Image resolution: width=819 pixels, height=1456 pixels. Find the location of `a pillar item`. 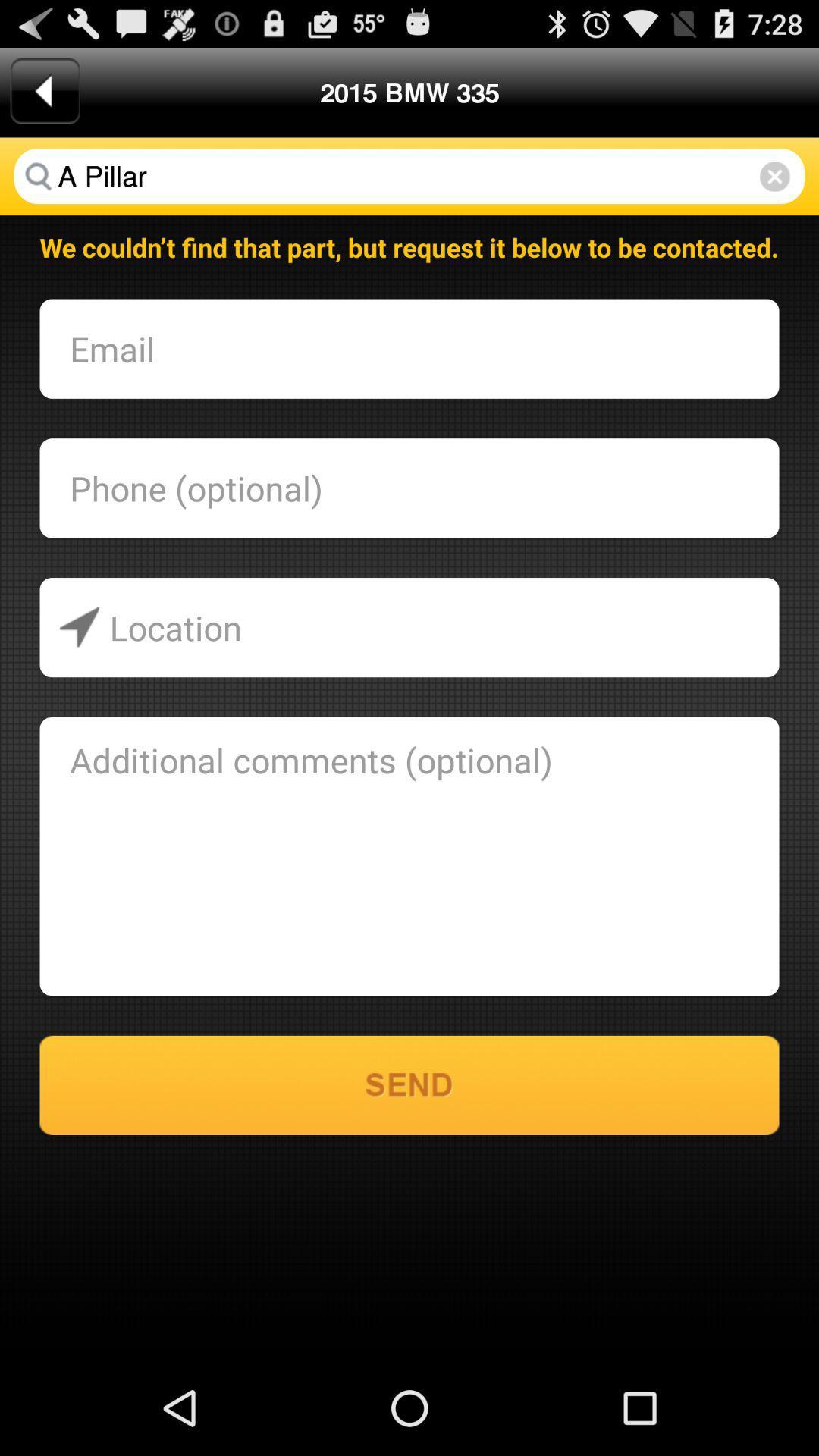

a pillar item is located at coordinates (409, 176).